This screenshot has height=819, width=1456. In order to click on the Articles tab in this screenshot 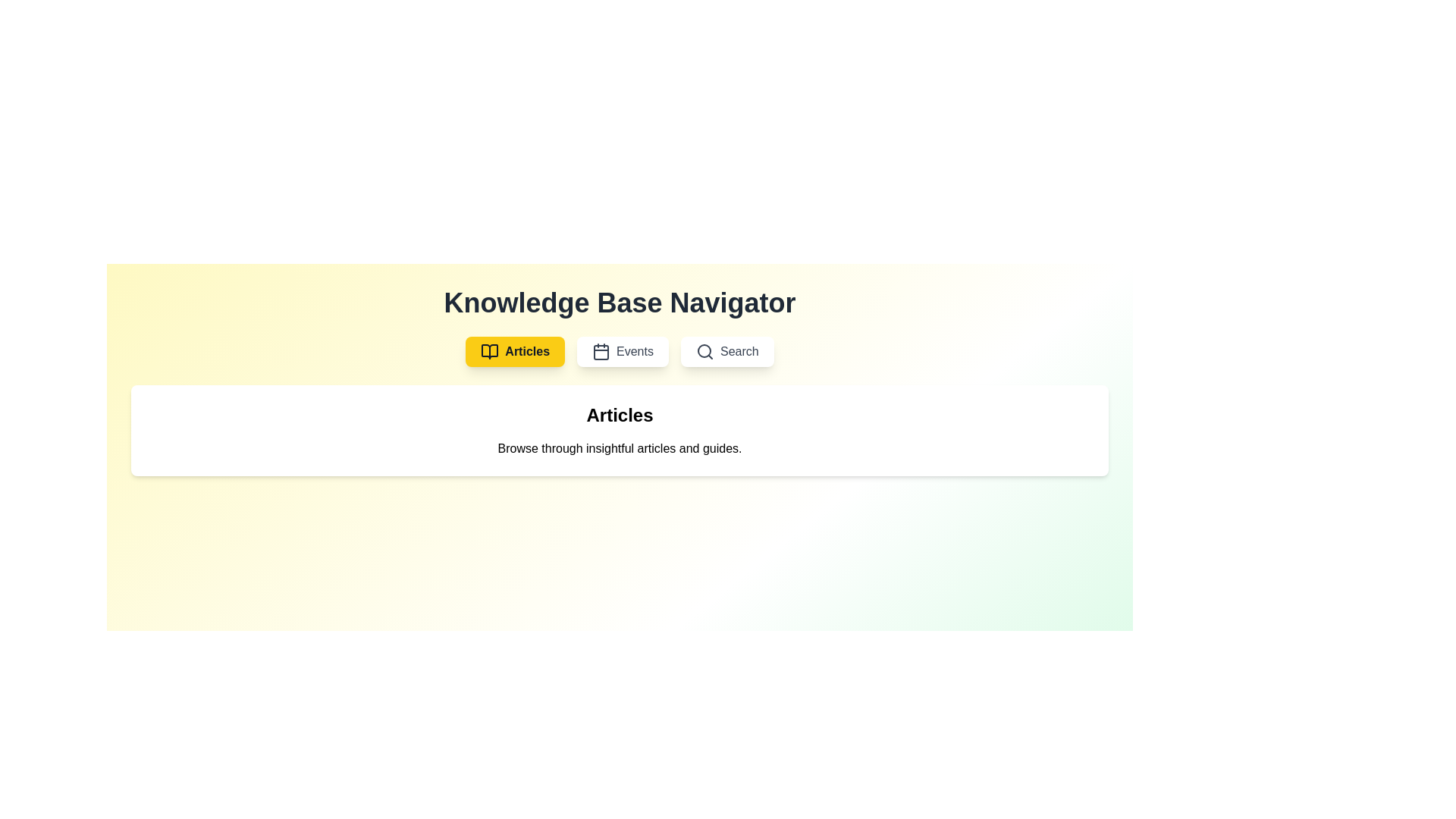, I will do `click(515, 351)`.